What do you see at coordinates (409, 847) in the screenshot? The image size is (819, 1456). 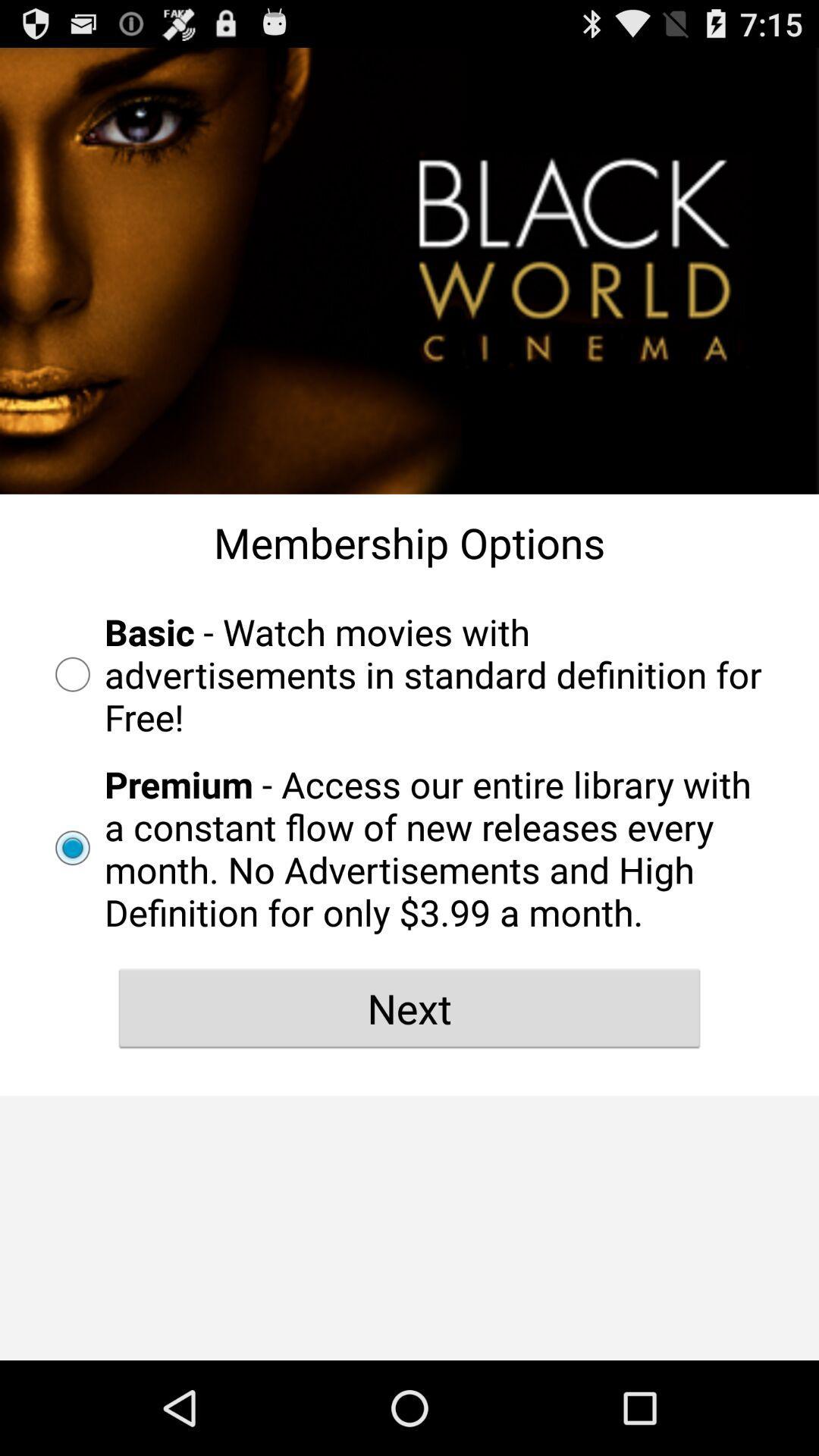 I see `item above next icon` at bounding box center [409, 847].